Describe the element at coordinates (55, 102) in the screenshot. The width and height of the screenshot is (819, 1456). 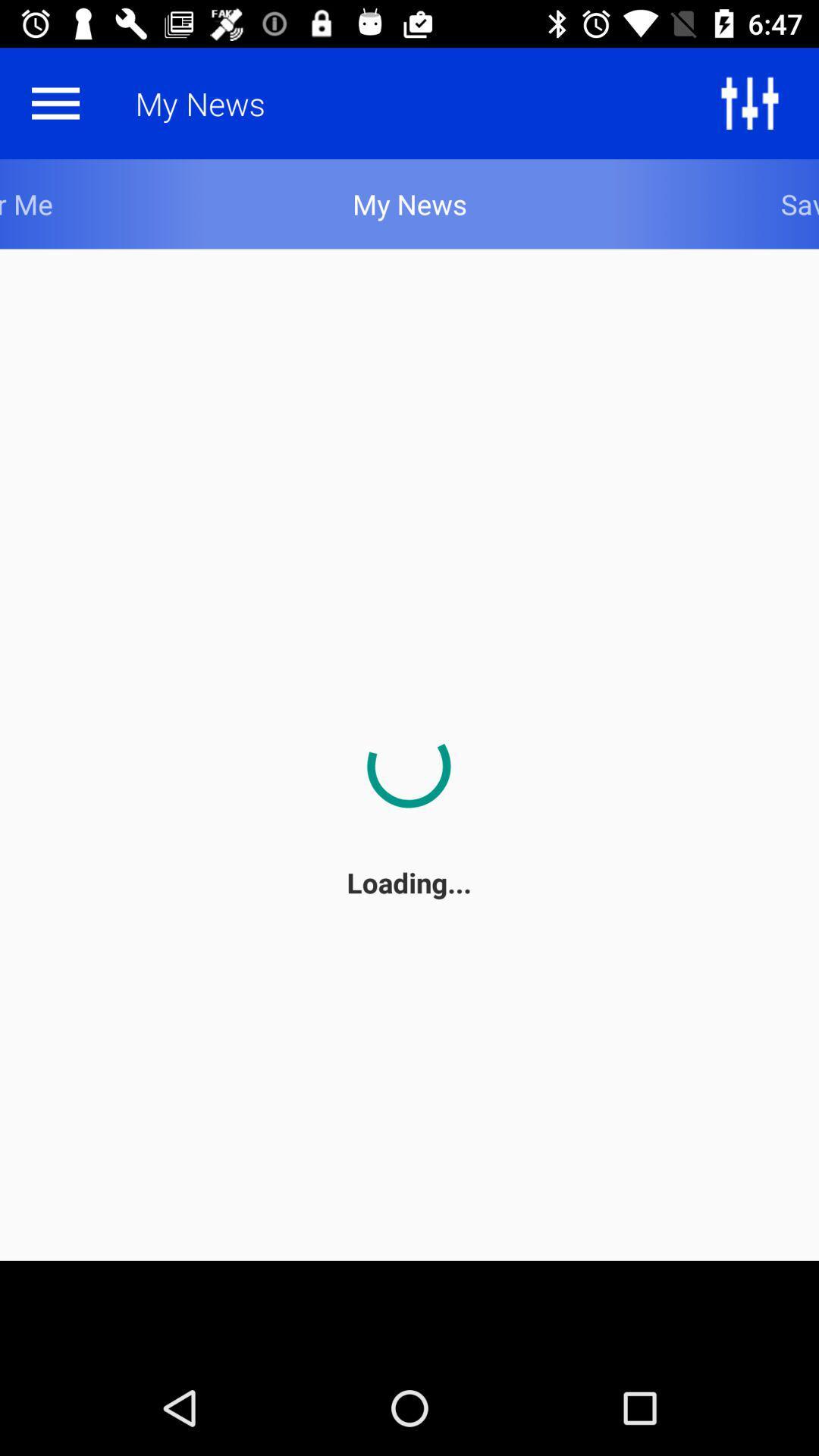
I see `home` at that location.